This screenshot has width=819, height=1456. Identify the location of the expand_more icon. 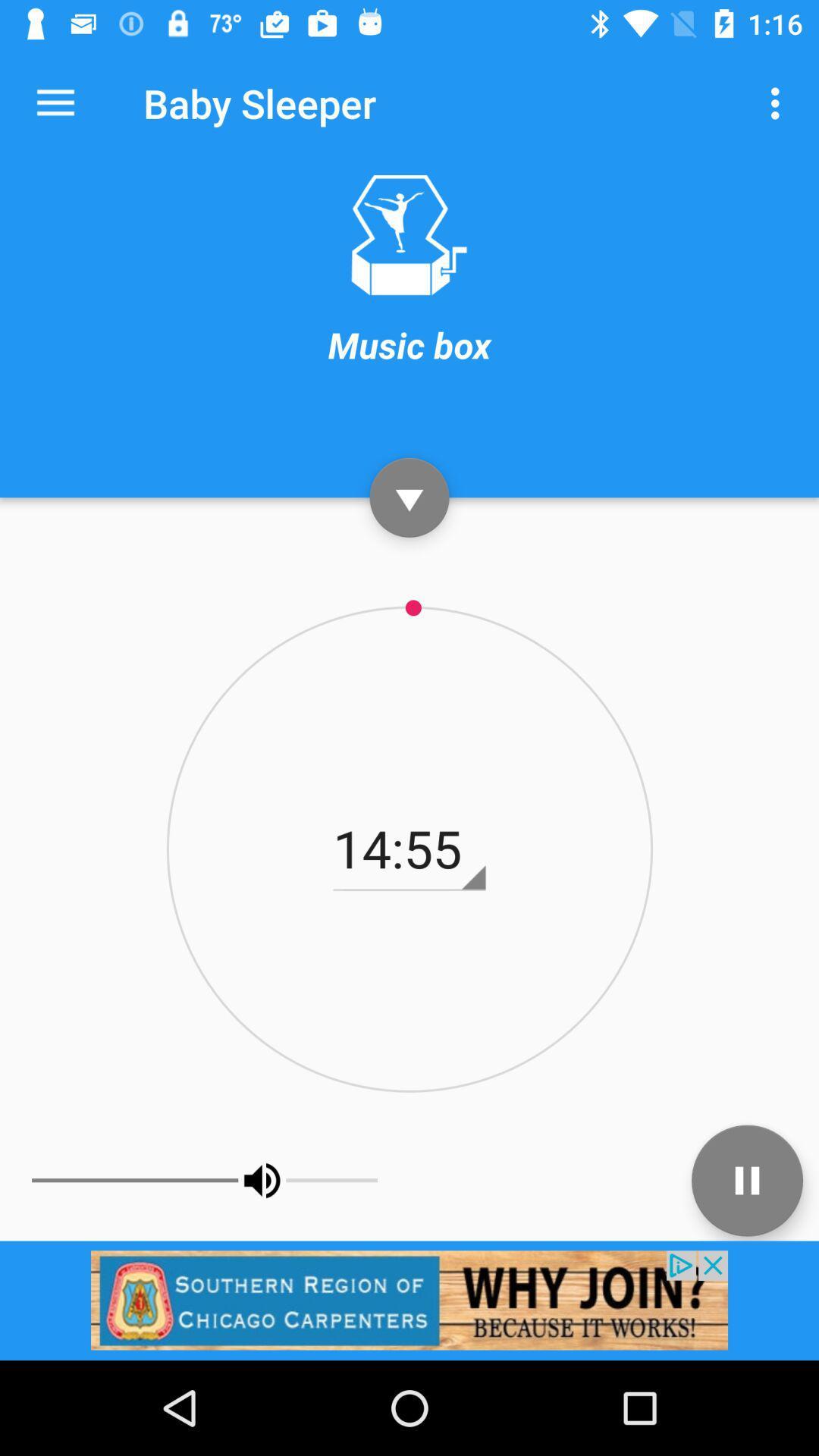
(409, 497).